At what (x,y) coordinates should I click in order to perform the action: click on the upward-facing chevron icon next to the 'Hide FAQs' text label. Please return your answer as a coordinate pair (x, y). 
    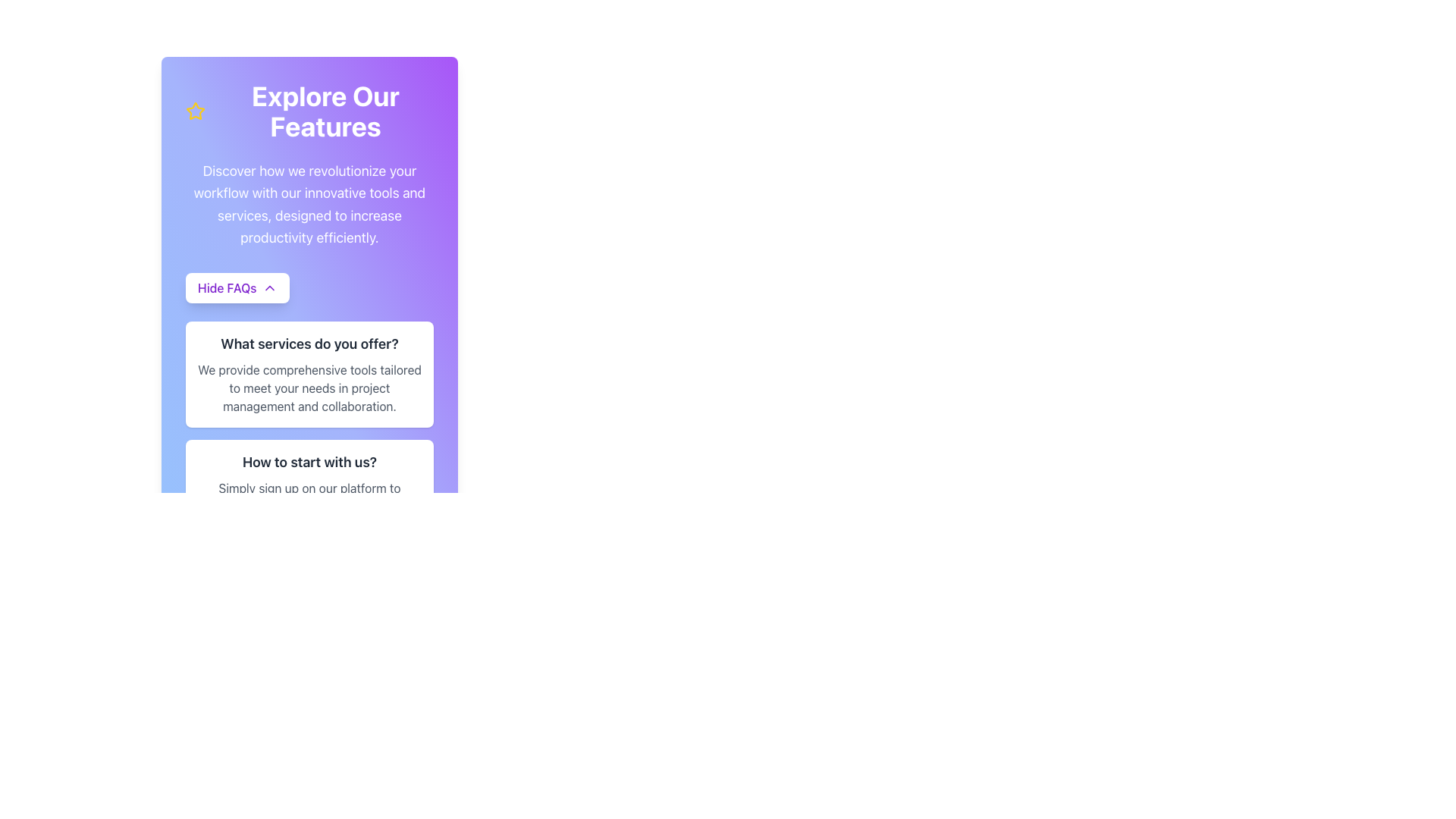
    Looking at the image, I should click on (270, 288).